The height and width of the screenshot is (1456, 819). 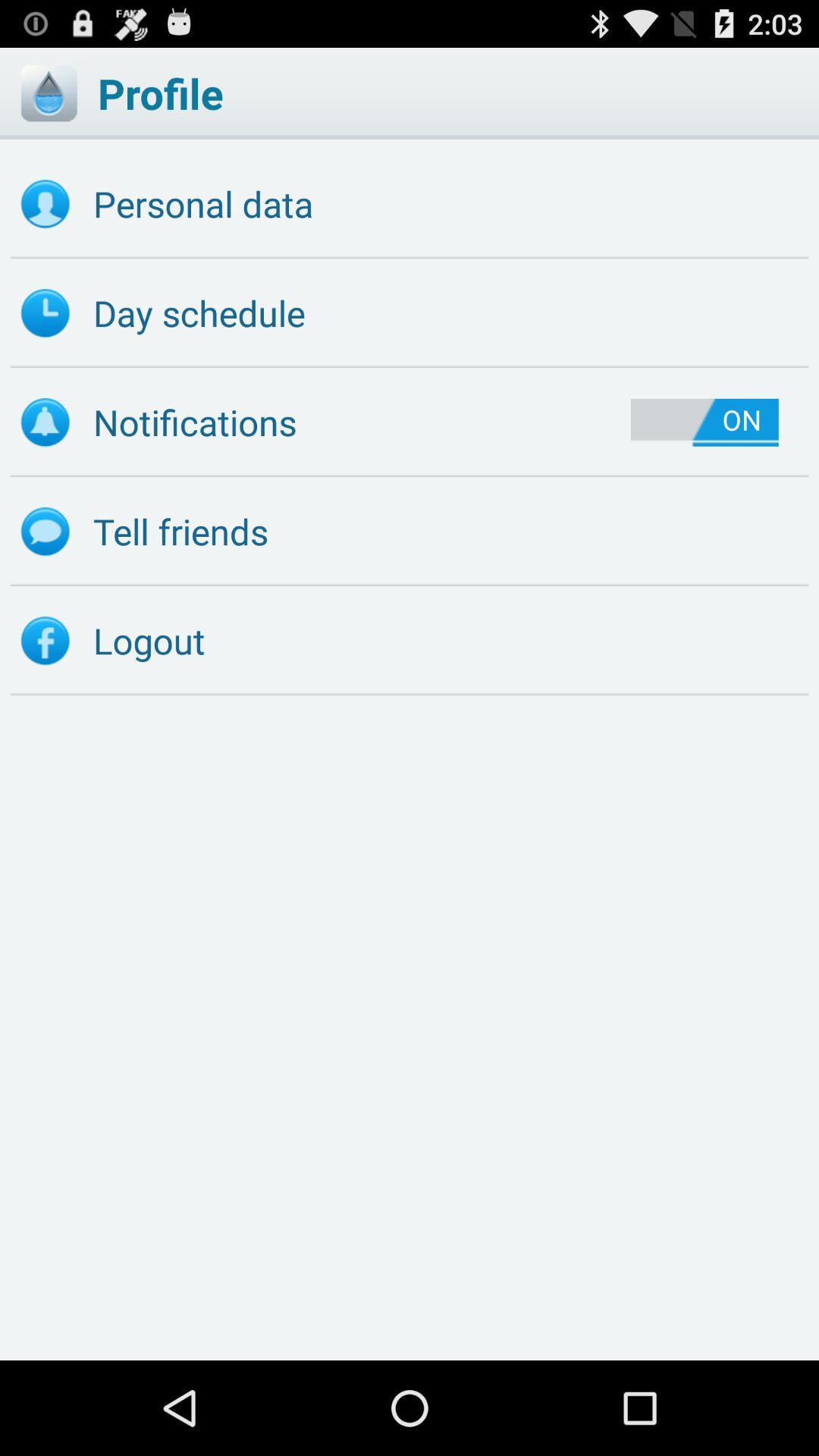 What do you see at coordinates (409, 532) in the screenshot?
I see `tell friends` at bounding box center [409, 532].